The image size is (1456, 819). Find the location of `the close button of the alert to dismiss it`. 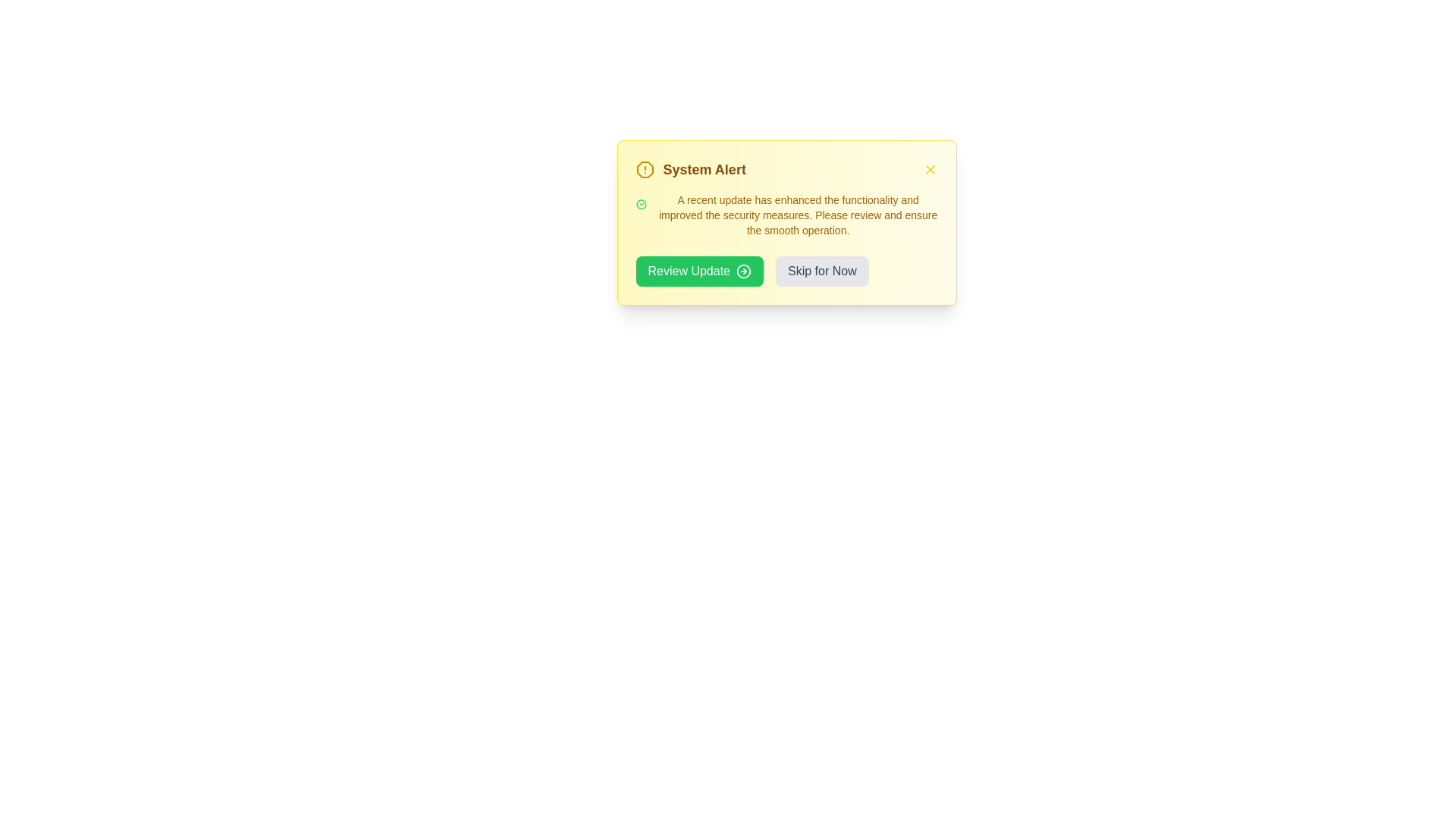

the close button of the alert to dismiss it is located at coordinates (929, 169).